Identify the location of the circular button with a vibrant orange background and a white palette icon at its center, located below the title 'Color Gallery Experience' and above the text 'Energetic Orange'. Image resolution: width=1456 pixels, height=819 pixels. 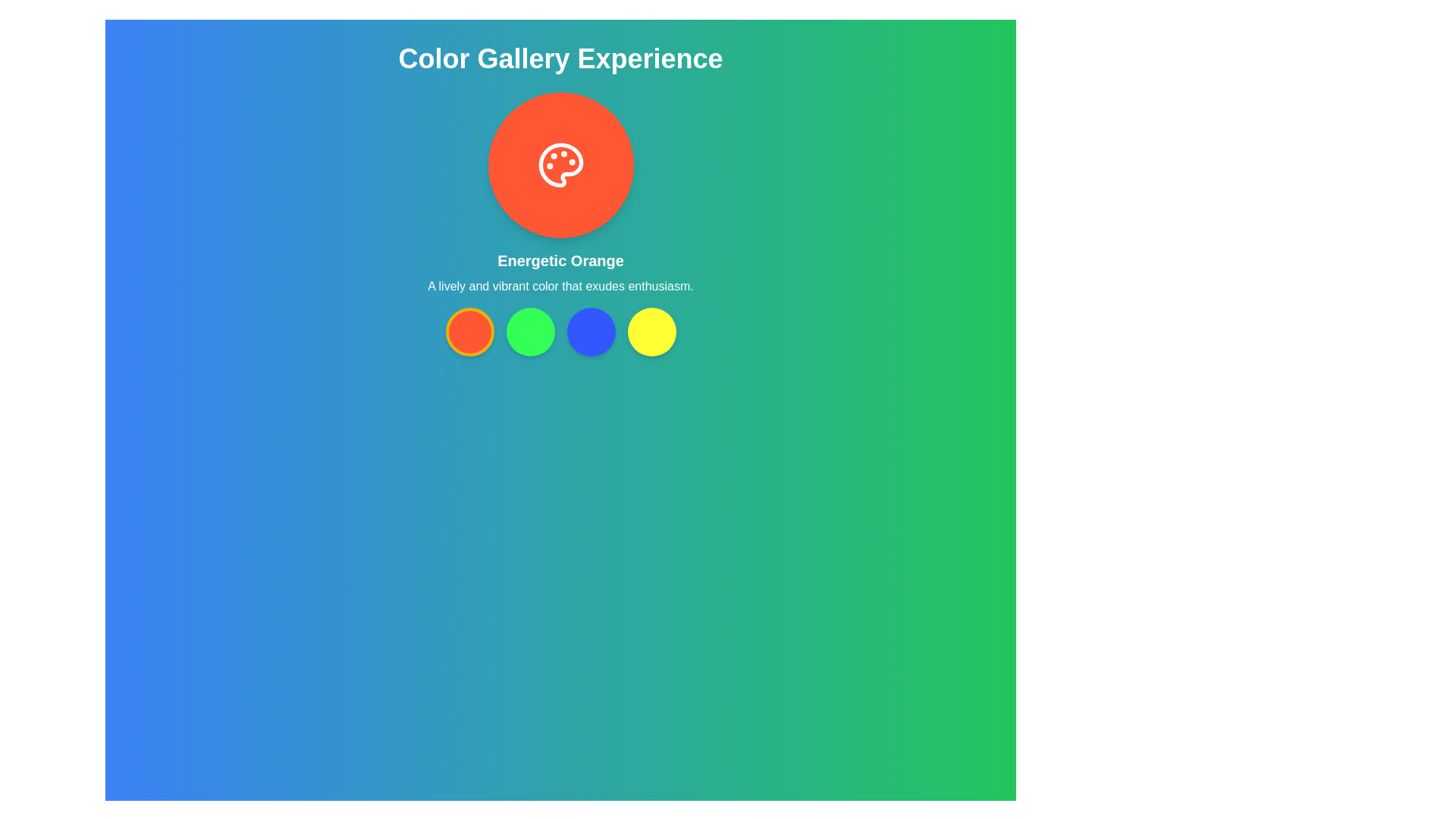
(560, 165).